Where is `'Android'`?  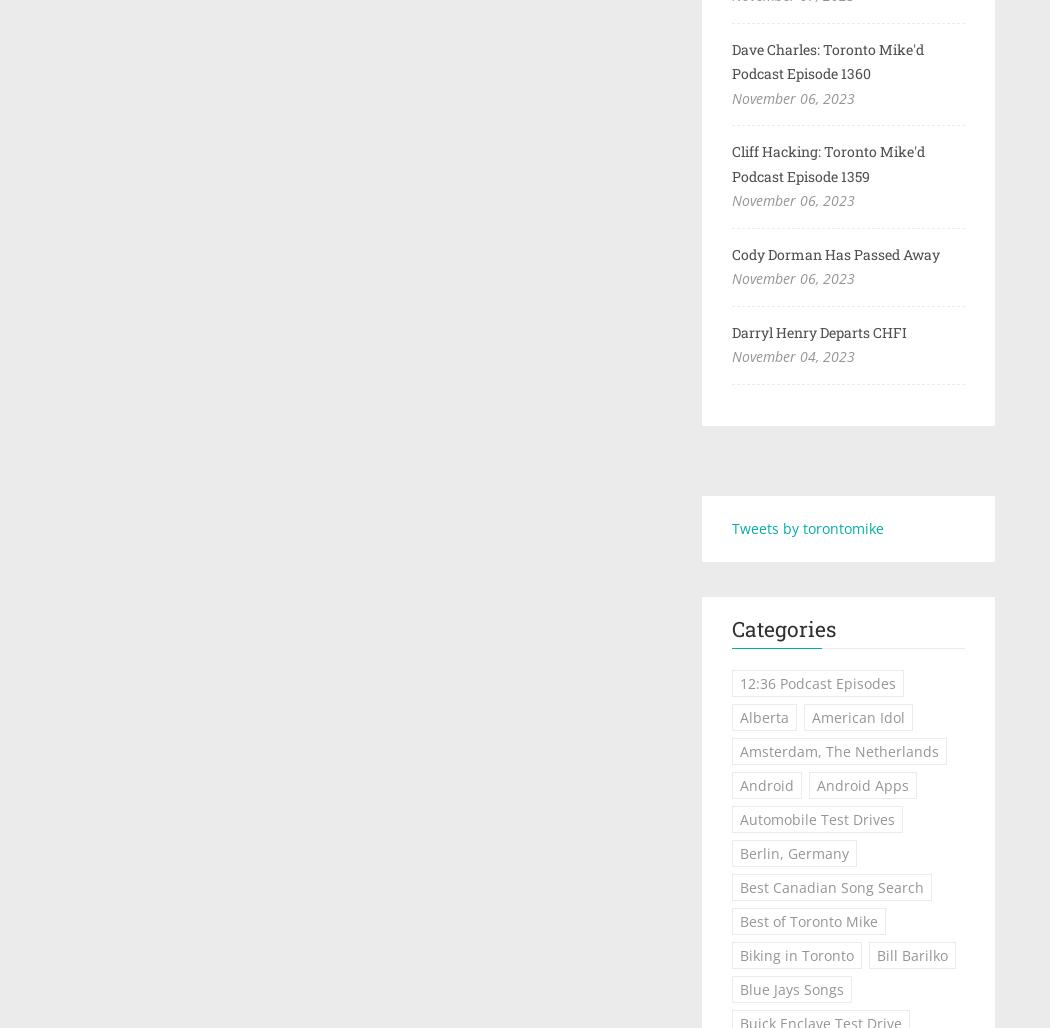 'Android' is located at coordinates (765, 785).